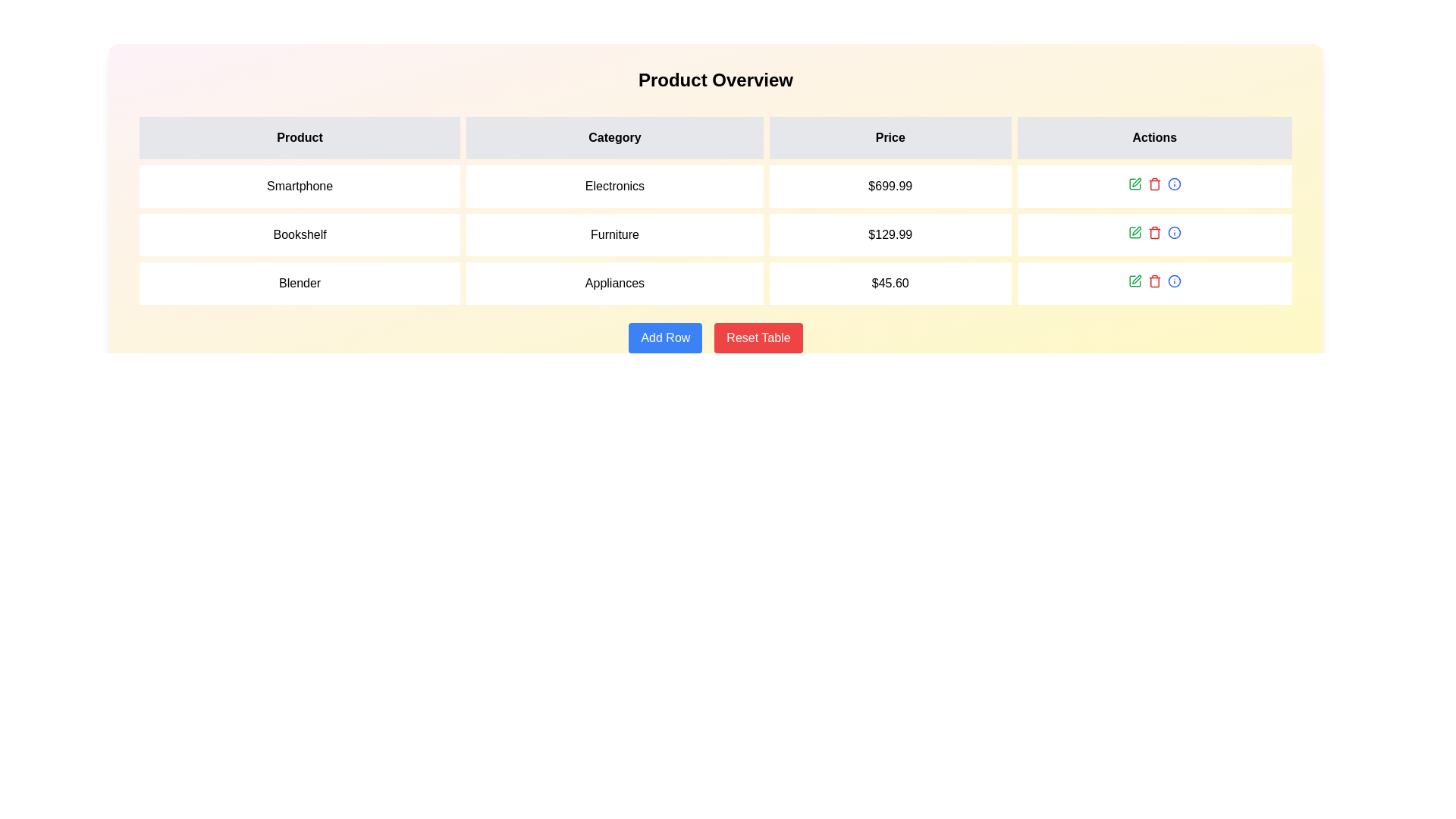 The height and width of the screenshot is (819, 1456). I want to click on the information button located in the last column of the last row in the Actions table section, so click(1173, 184).